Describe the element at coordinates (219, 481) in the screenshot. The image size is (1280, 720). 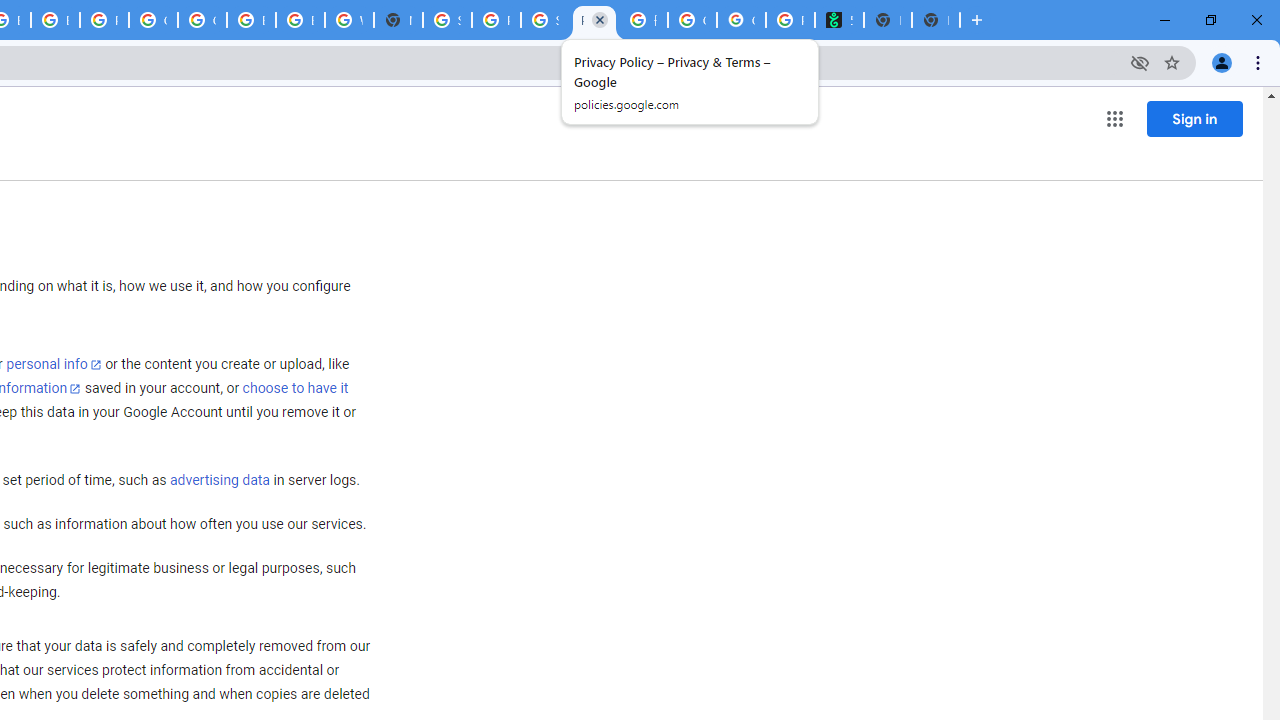
I see `'advertising data'` at that location.